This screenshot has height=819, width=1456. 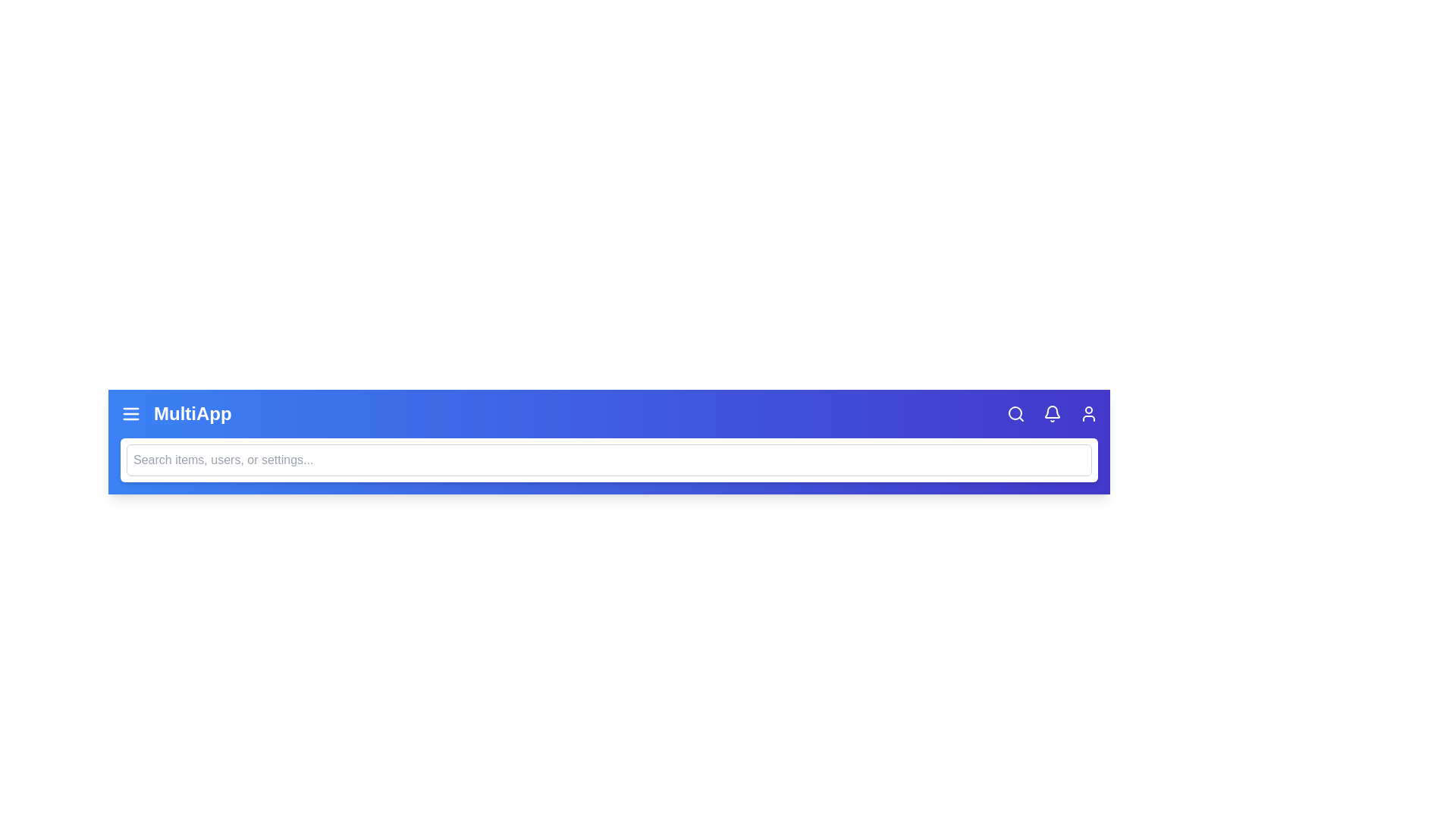 What do you see at coordinates (192, 414) in the screenshot?
I see `the application title text 'MultiApp'` at bounding box center [192, 414].